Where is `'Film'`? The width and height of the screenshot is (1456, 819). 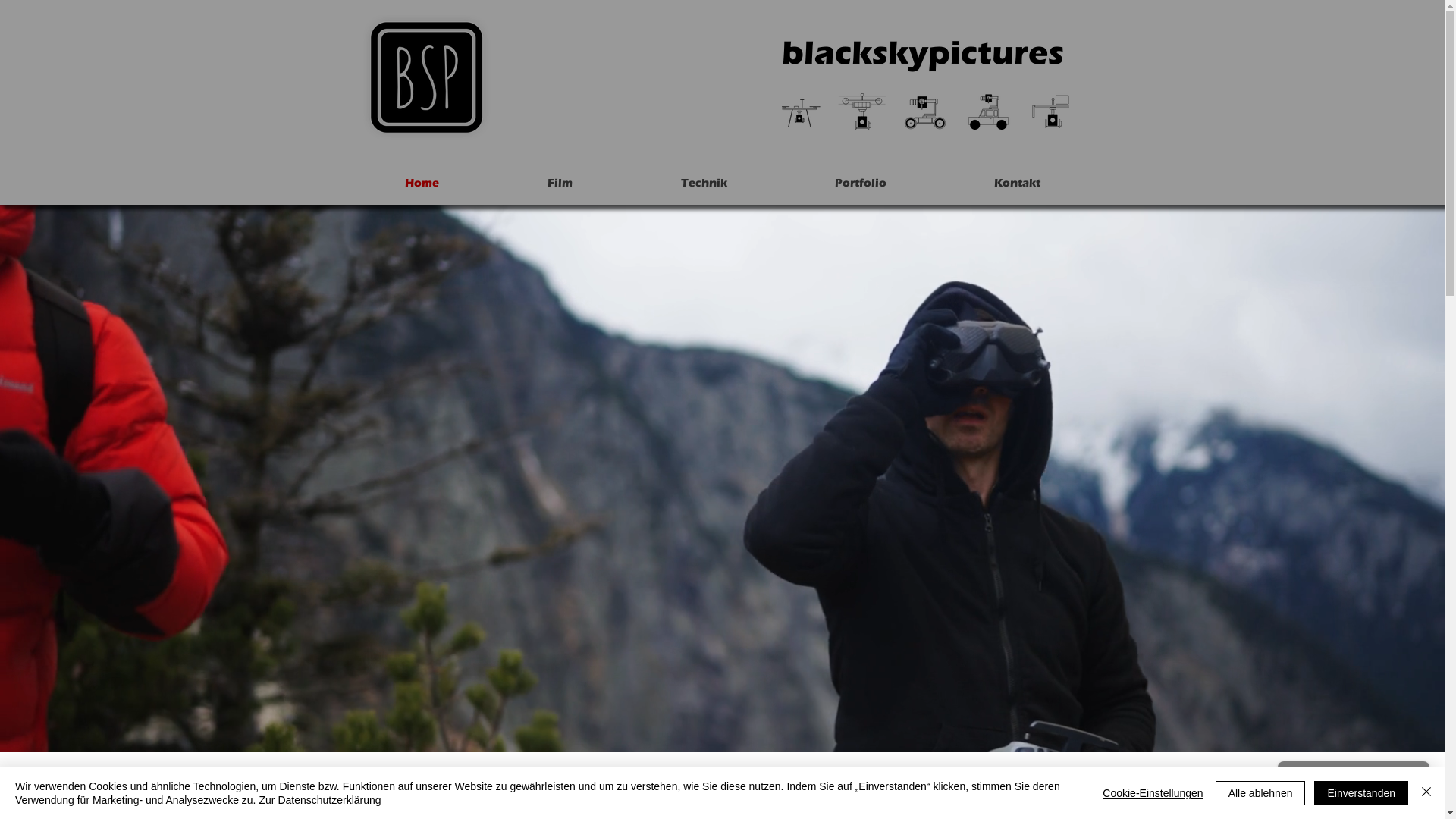
'Film' is located at coordinates (559, 181).